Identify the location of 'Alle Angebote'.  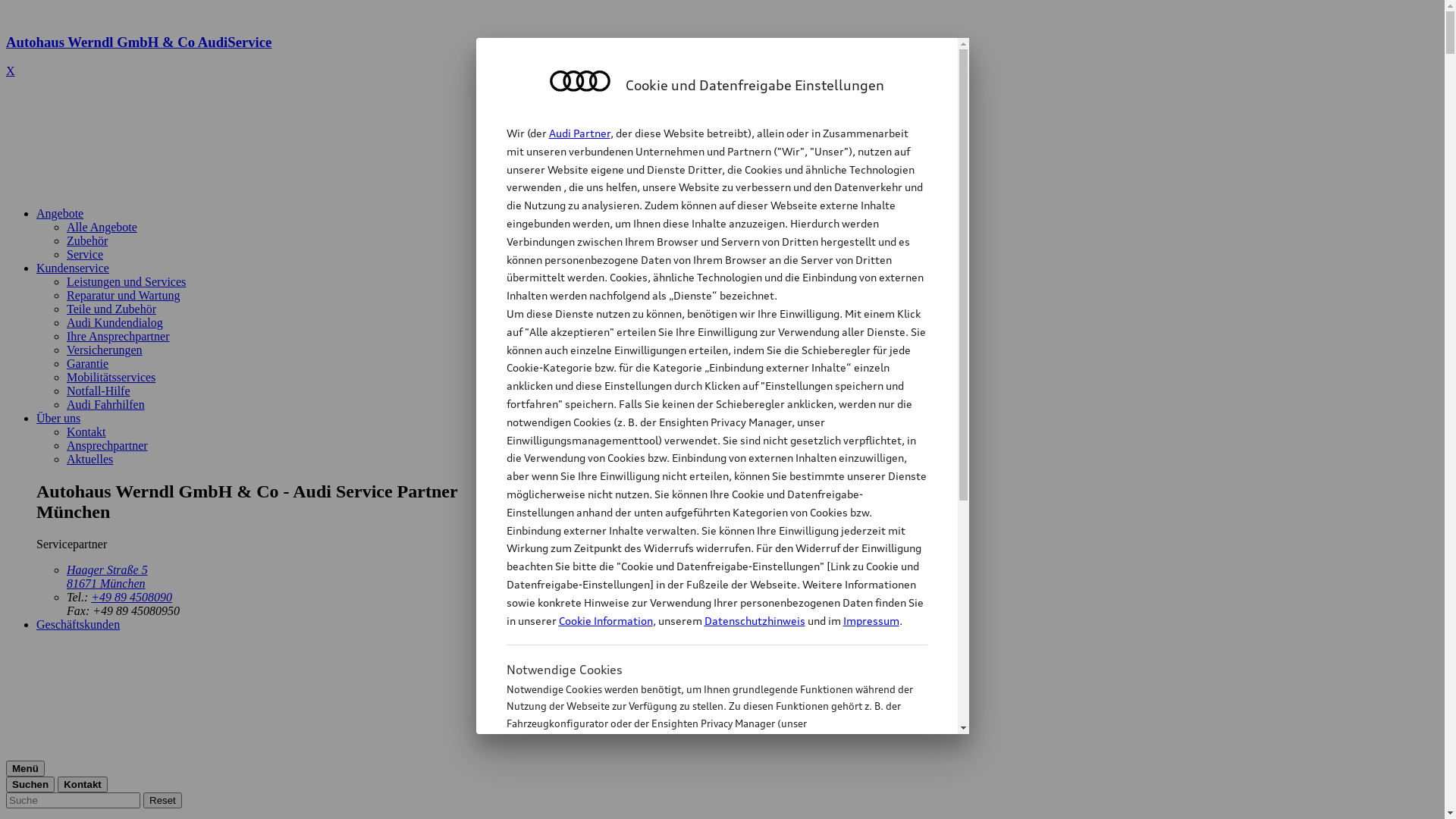
(65, 227).